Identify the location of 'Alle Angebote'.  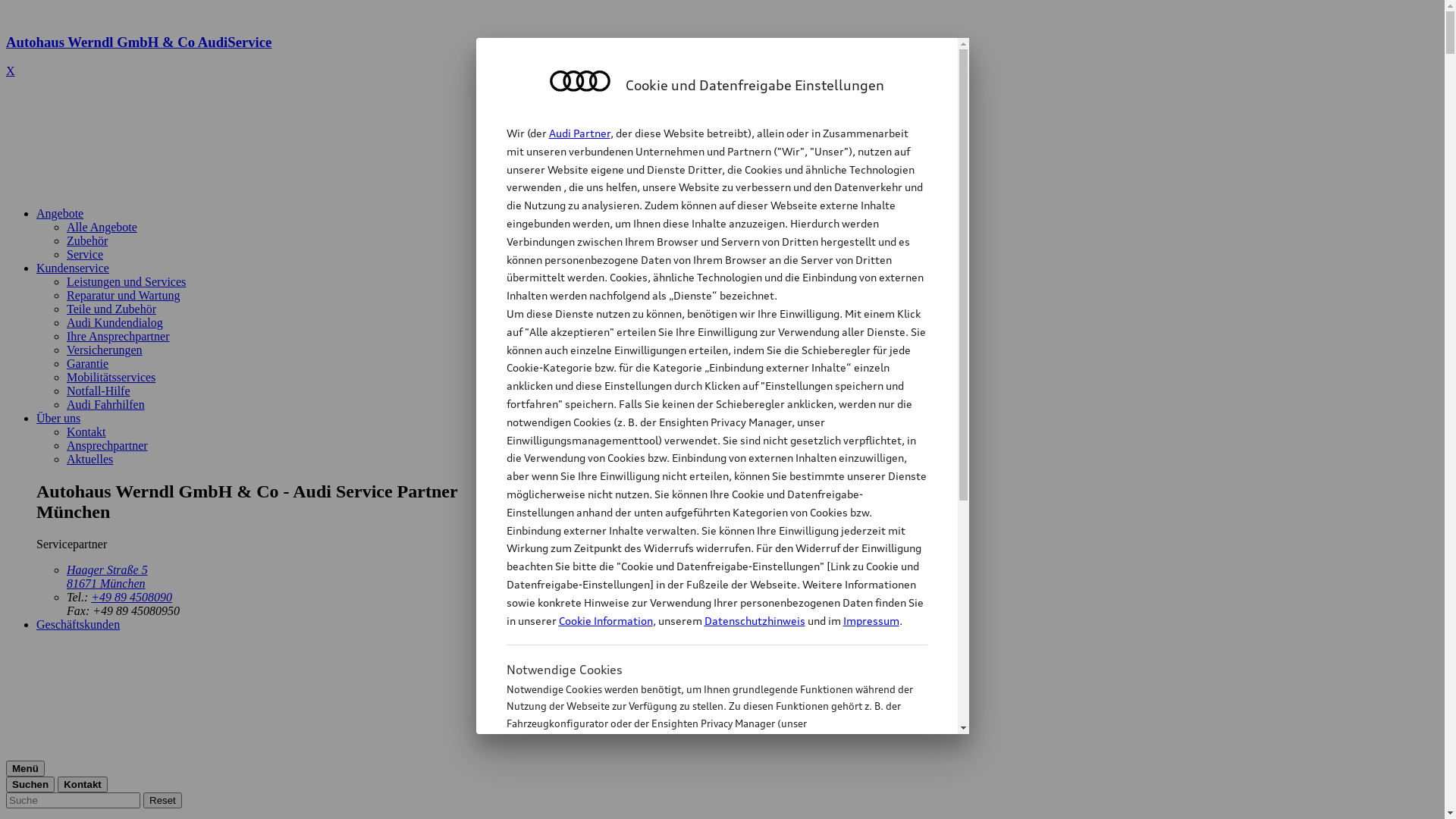
(65, 227).